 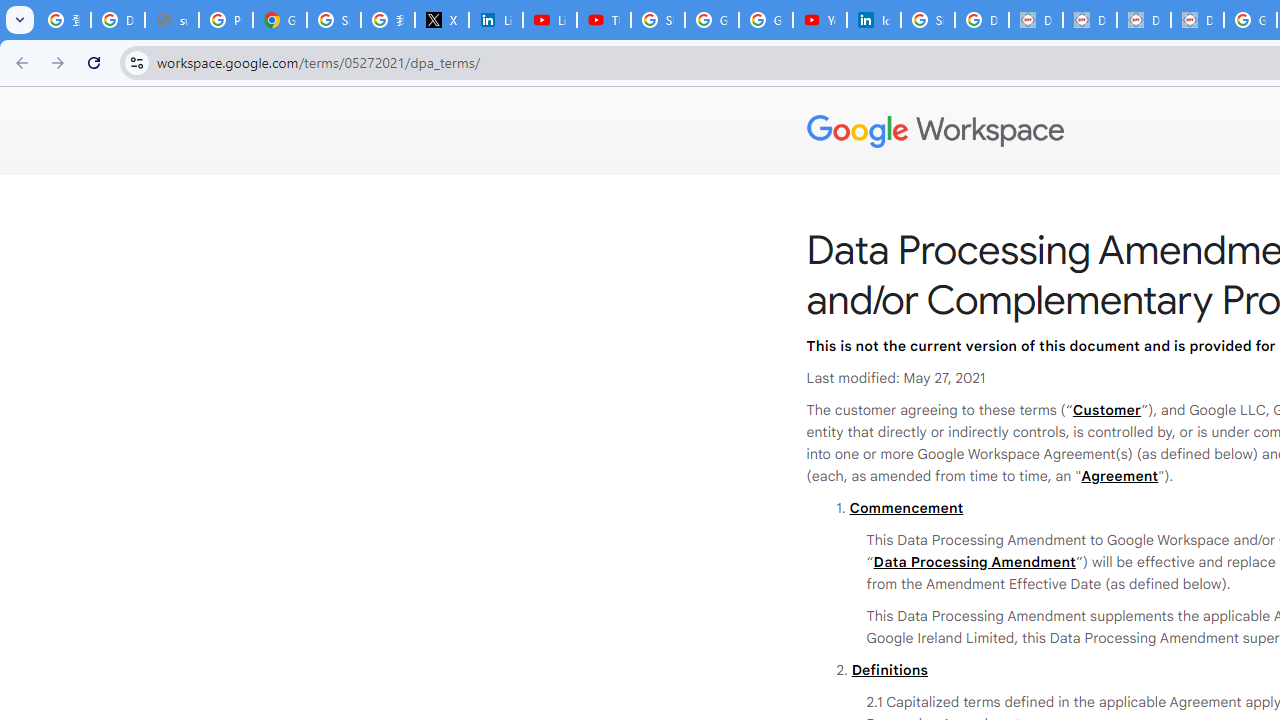 What do you see at coordinates (440, 20) in the screenshot?
I see `'X'` at bounding box center [440, 20].